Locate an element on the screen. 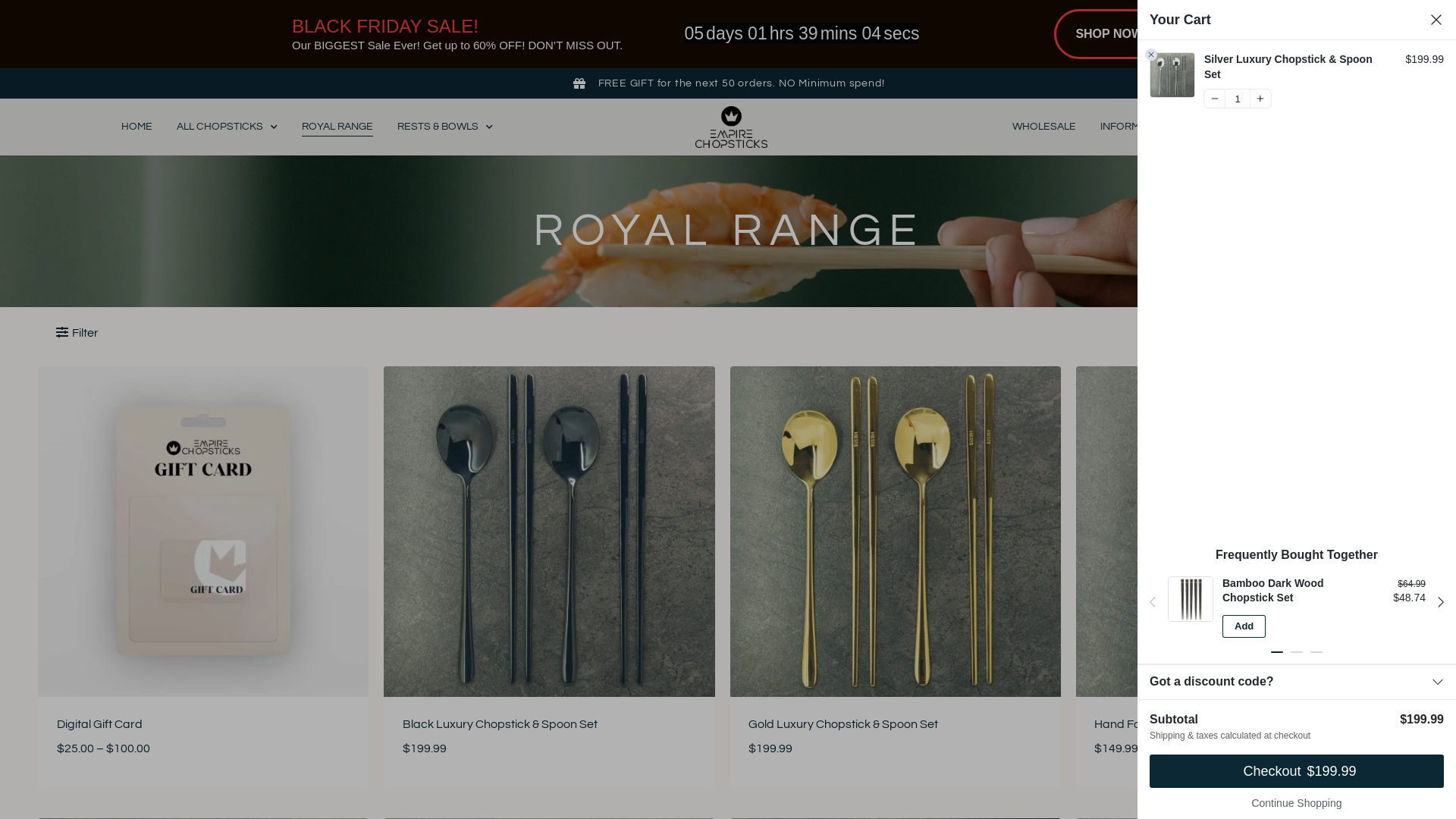  'Digital Gift Card' is located at coordinates (98, 723).